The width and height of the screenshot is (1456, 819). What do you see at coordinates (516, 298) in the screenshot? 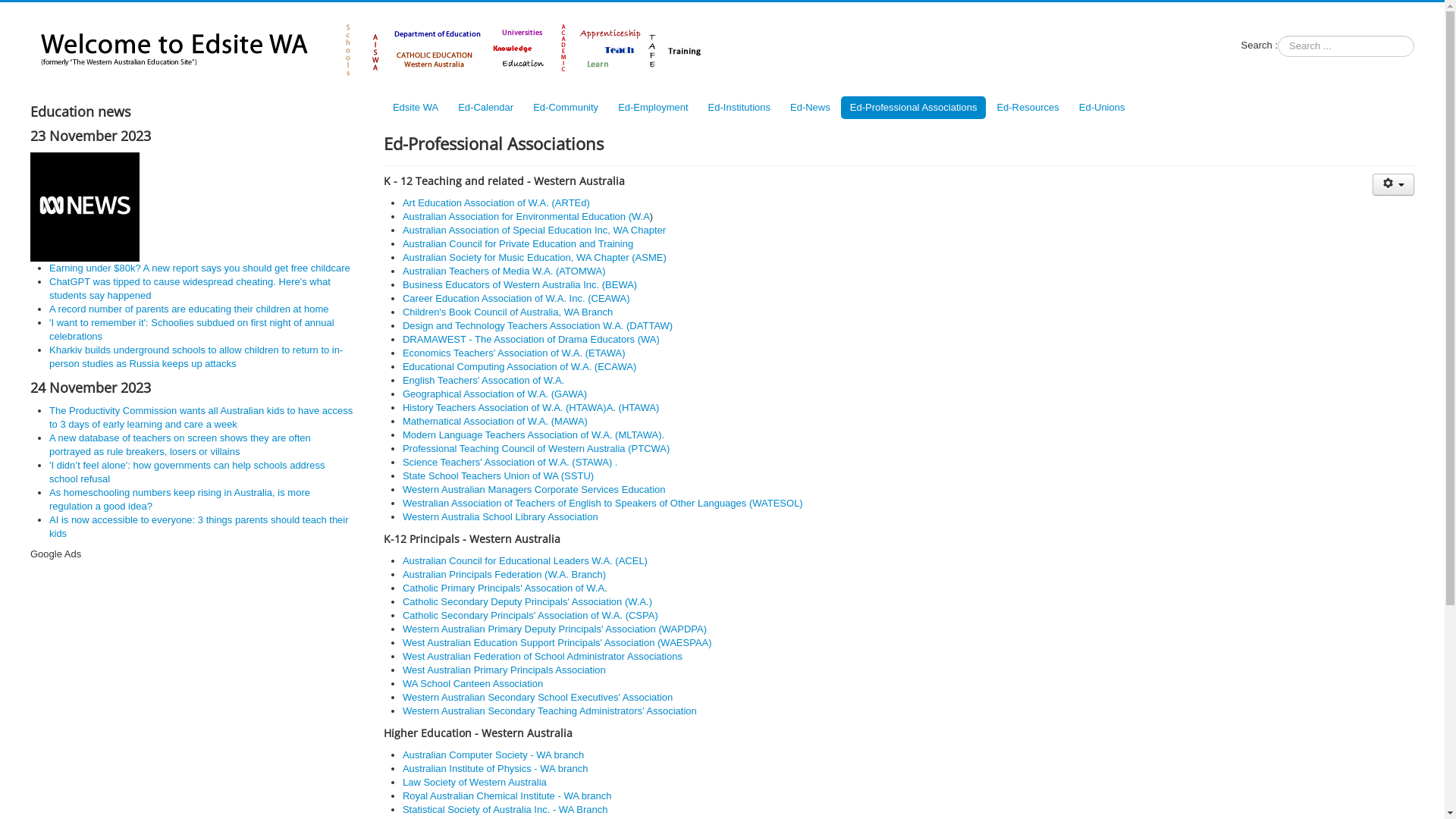
I see `'Career Education Association of W.A. Inc. (CEAWA)'` at bounding box center [516, 298].